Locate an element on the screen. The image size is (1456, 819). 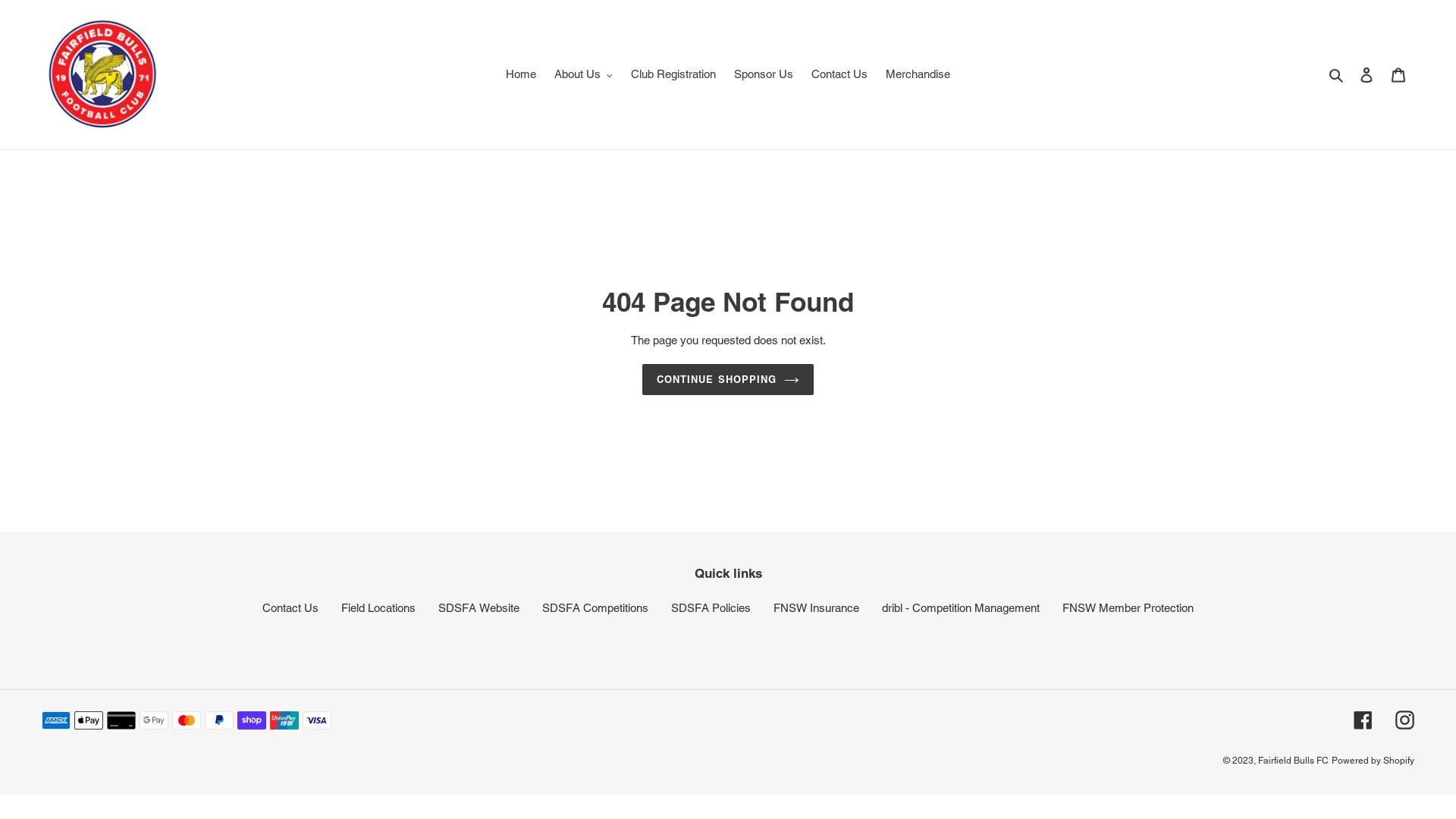
'About Us' is located at coordinates (582, 74).